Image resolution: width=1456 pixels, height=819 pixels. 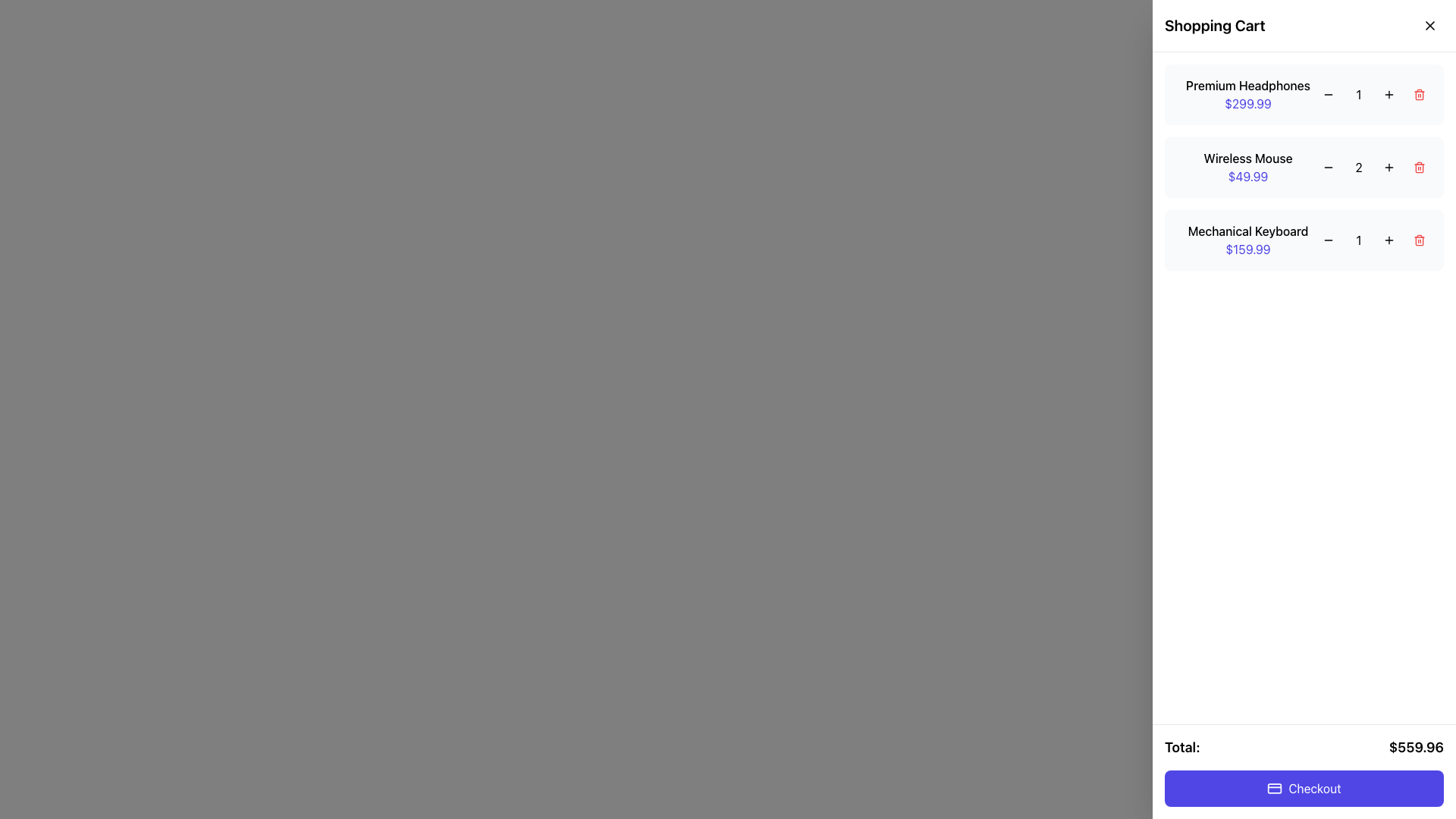 What do you see at coordinates (1248, 175) in the screenshot?
I see `the price text of the 'Wireless Mouse' item located in the shopping cart interface` at bounding box center [1248, 175].